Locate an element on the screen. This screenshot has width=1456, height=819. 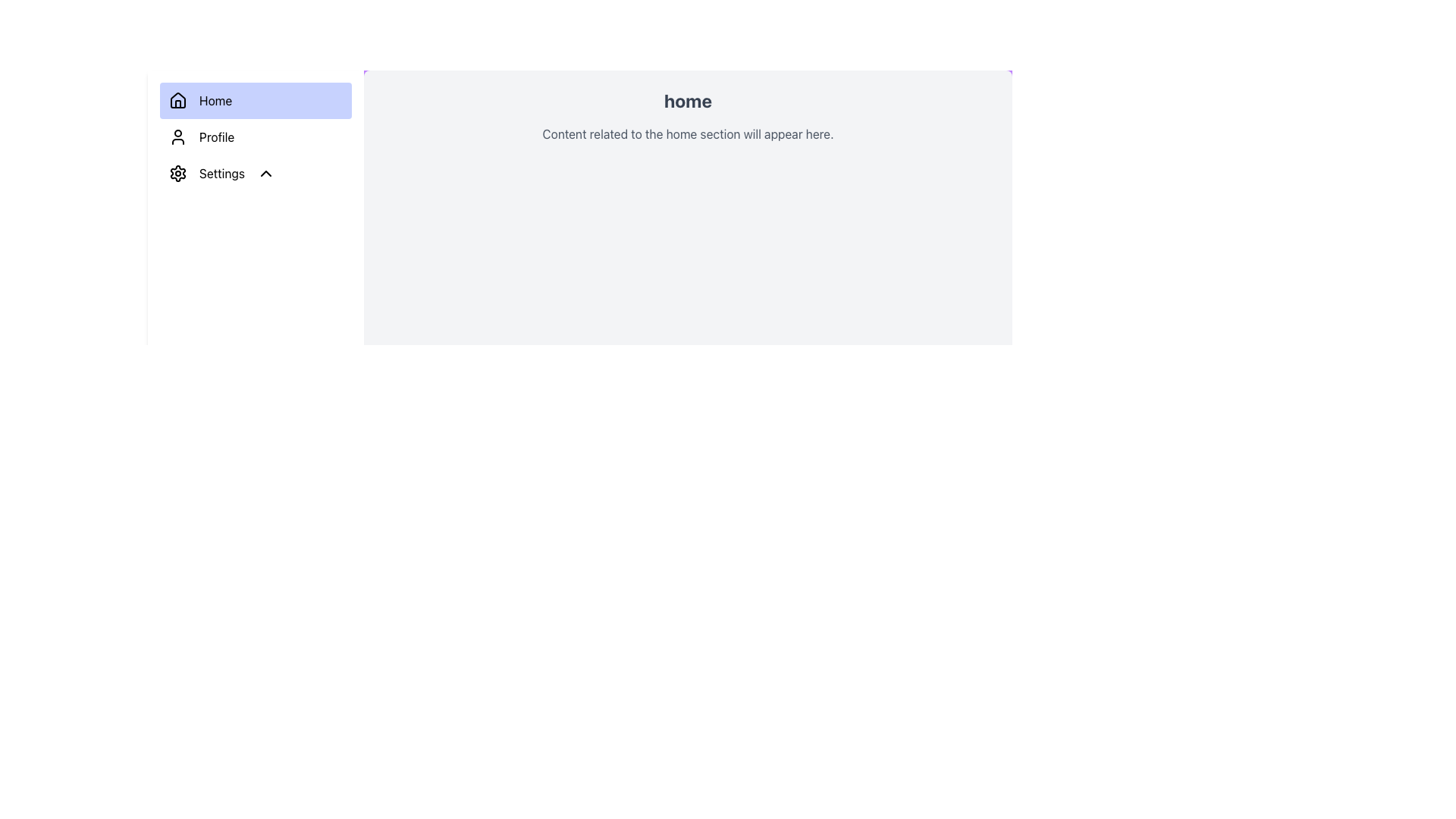
the static text element that provides a description related to the 'home' section, located beneath the 'home' heading in the primary display area is located at coordinates (687, 133).